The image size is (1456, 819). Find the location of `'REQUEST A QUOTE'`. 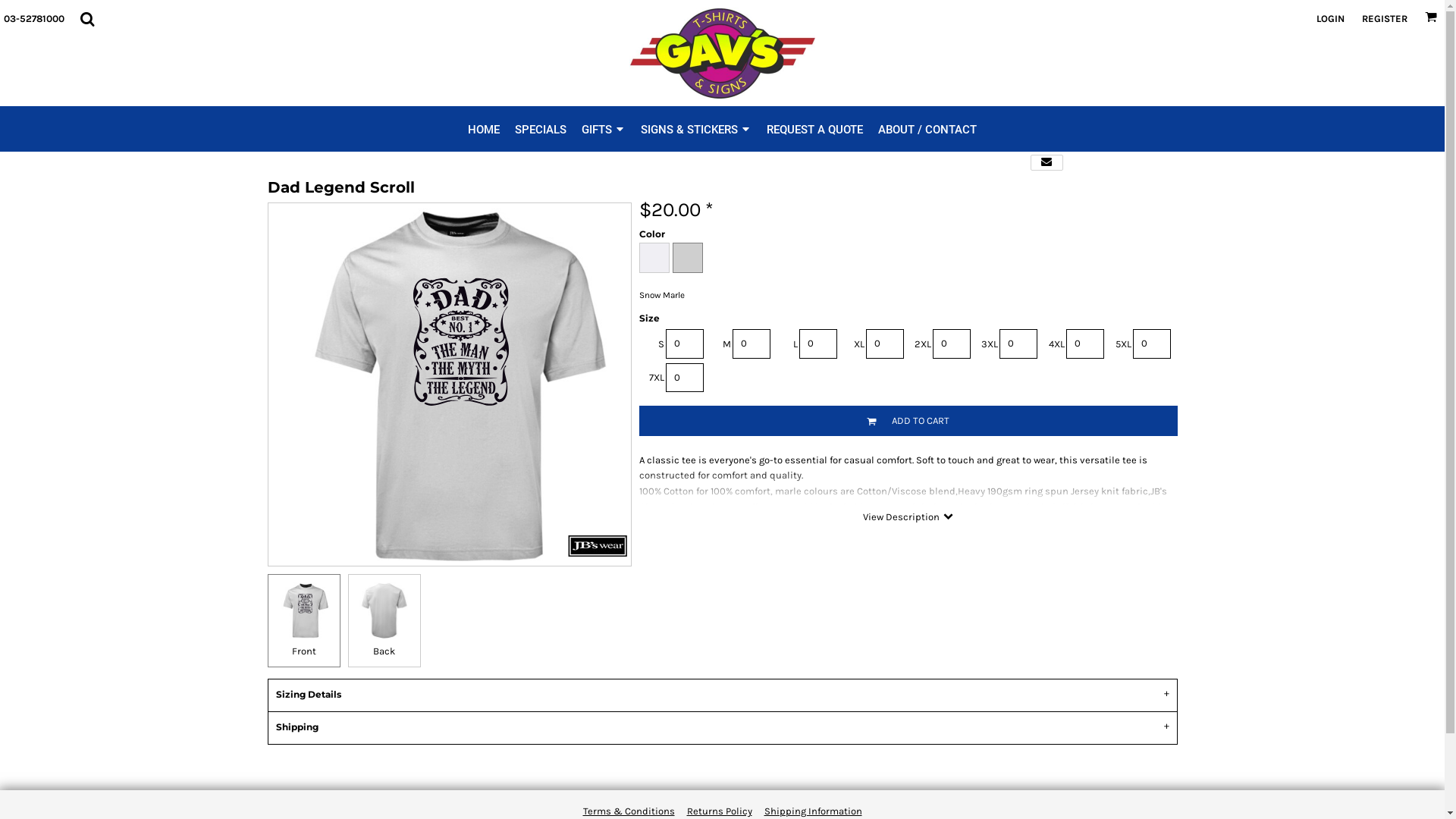

'REQUEST A QUOTE' is located at coordinates (814, 127).